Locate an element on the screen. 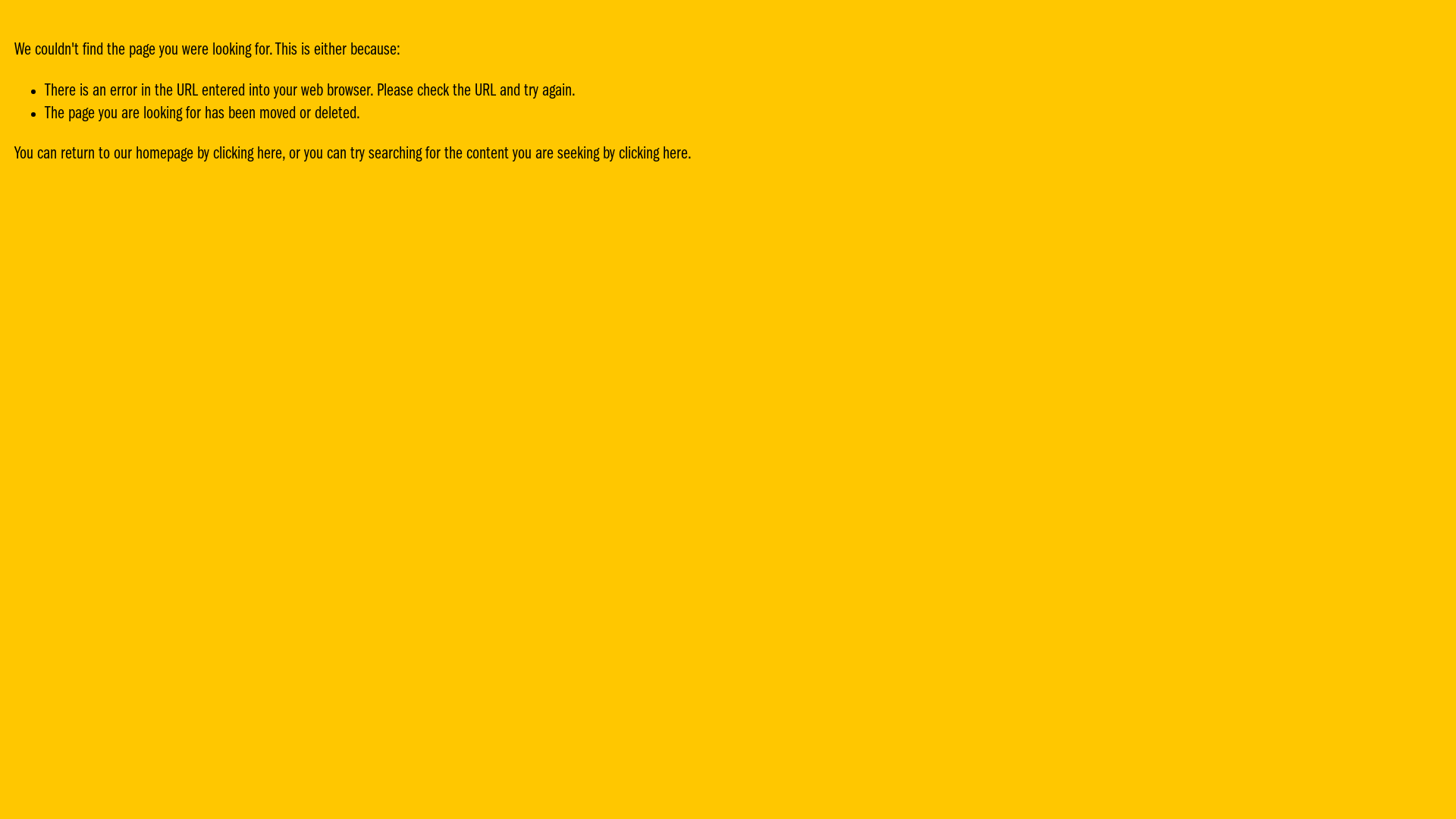 The image size is (1456, 819). 'clicking here' is located at coordinates (619, 154).